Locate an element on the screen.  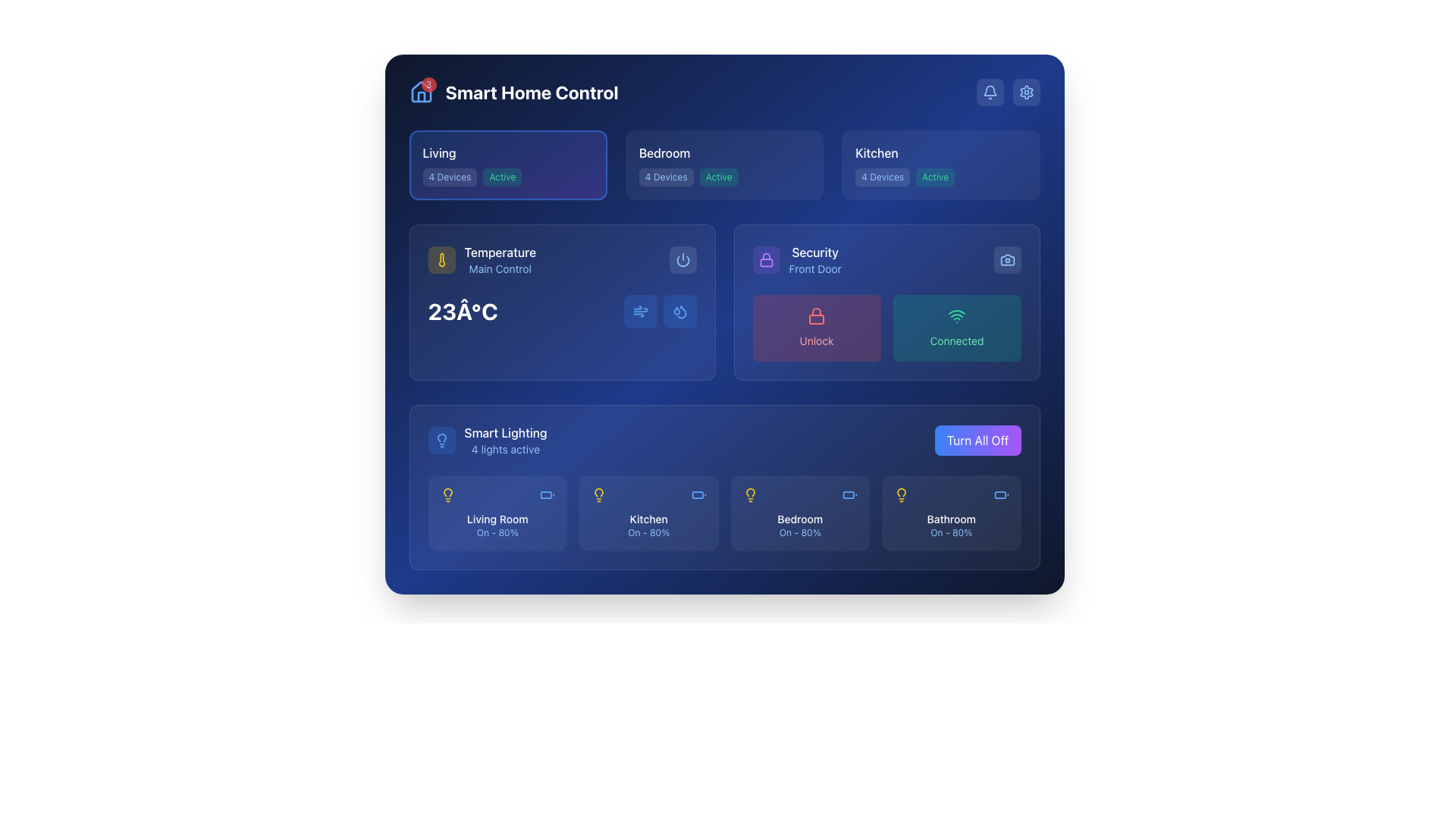
the status tag indicating '4 Devices' and 'Active' in the Living card section, located in the top-left corner of the interface is located at coordinates (508, 177).